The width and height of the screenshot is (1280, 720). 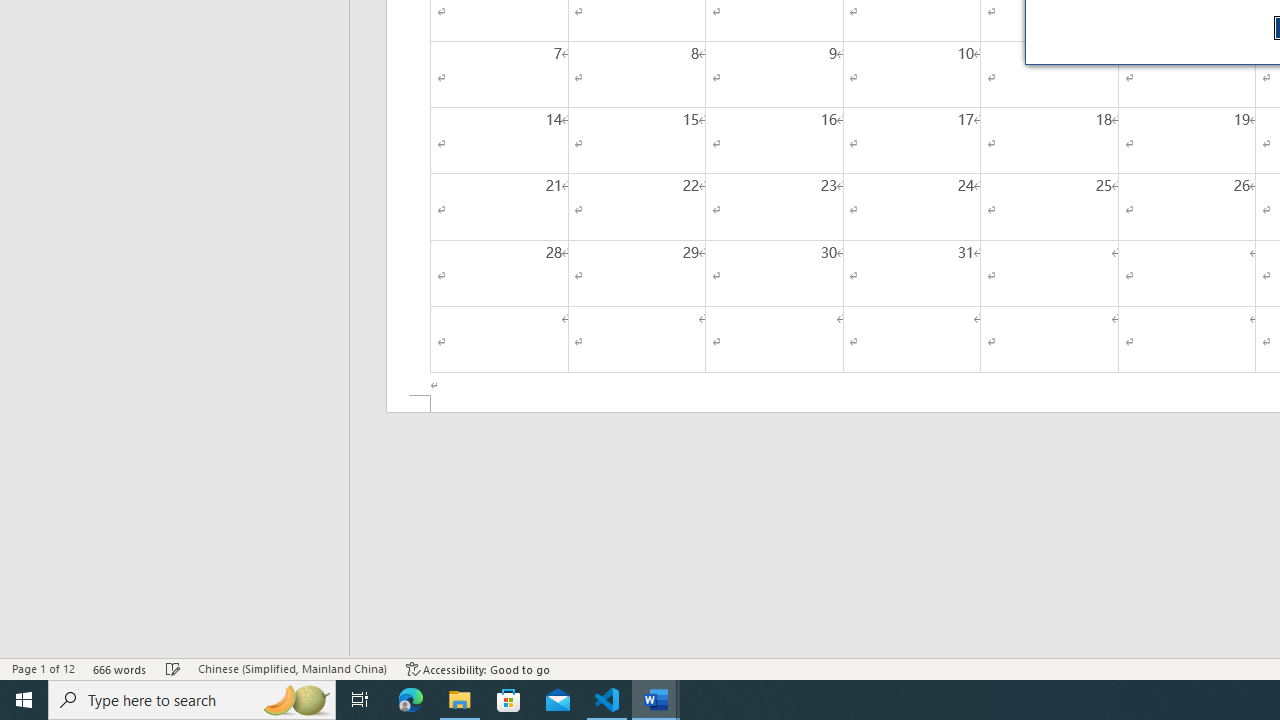 I want to click on 'Language Chinese (Simplified, Mainland China)', so click(x=291, y=669).